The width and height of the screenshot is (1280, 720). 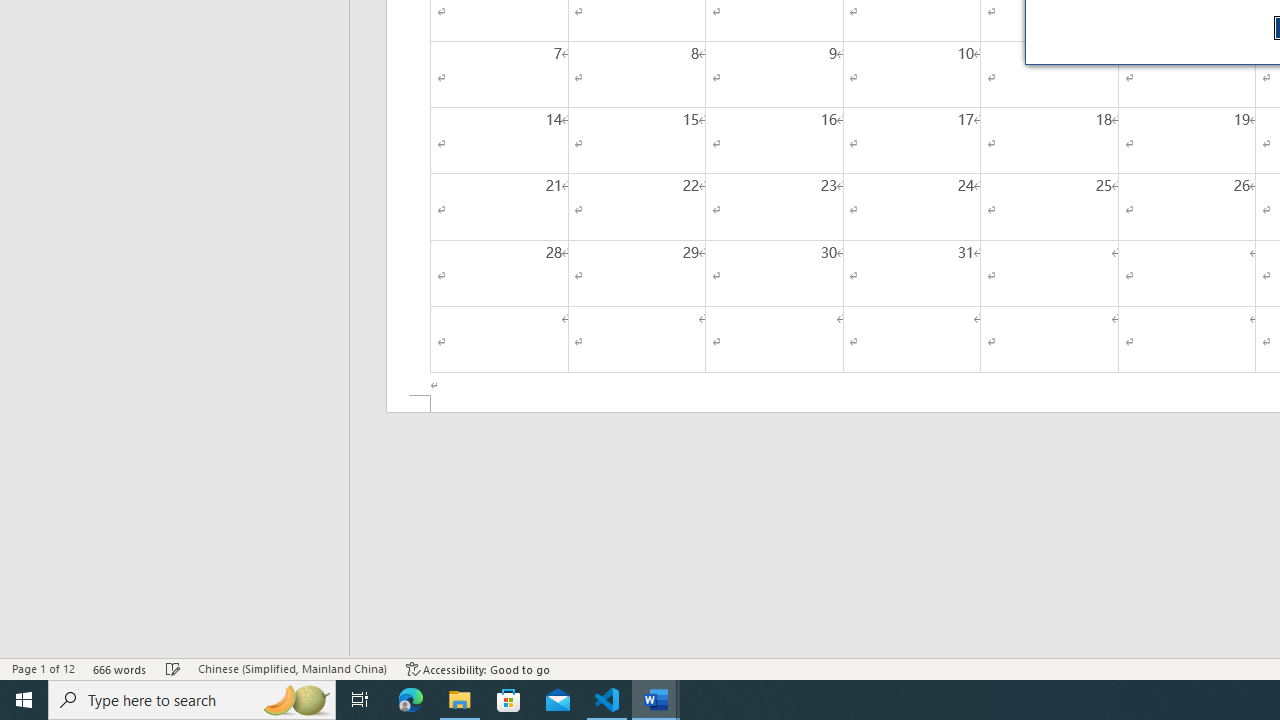 I want to click on 'Language Chinese (Simplified, Mainland China)', so click(x=291, y=669).